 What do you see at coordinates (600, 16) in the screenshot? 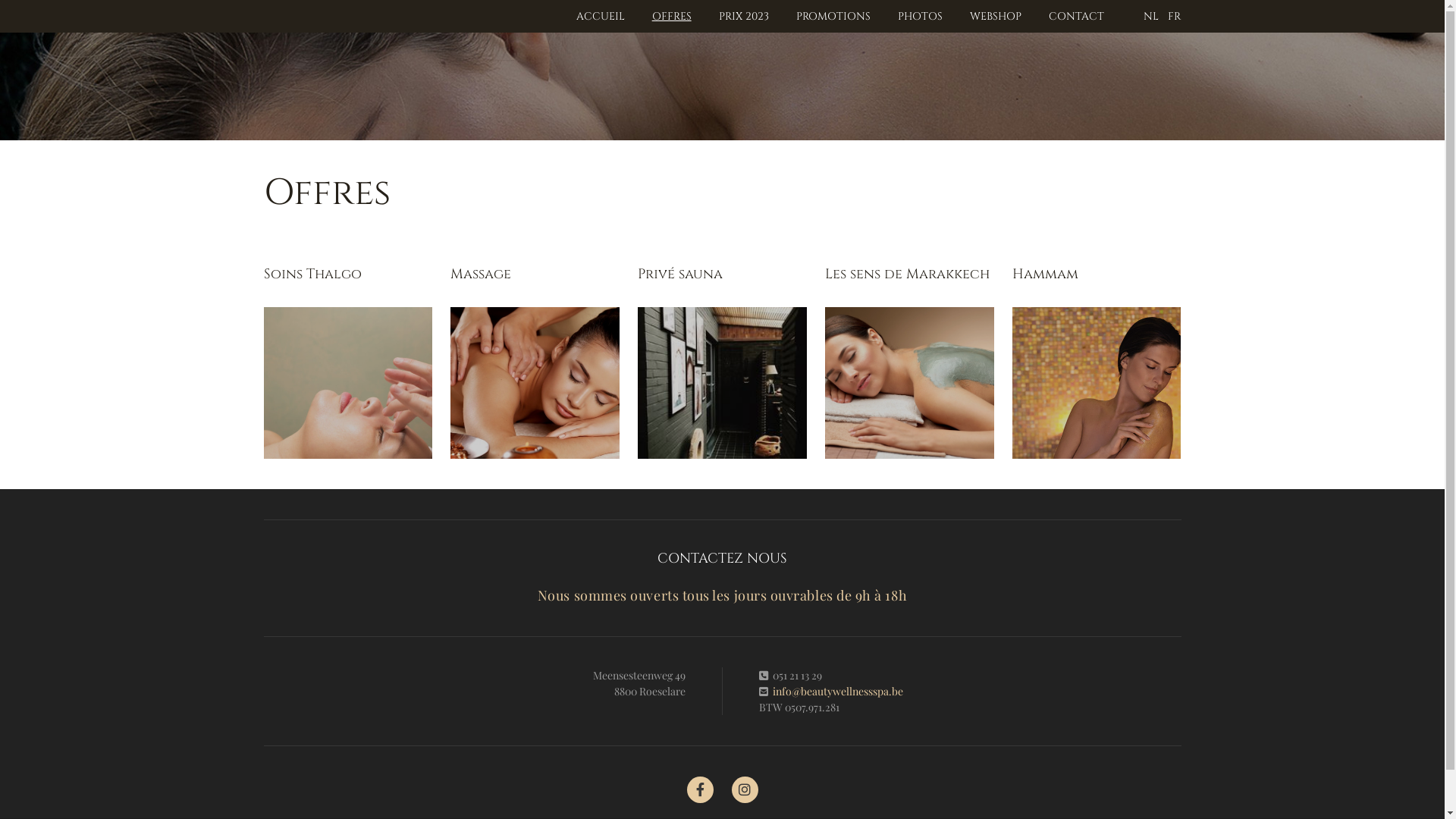
I see `'ACCUEIL'` at bounding box center [600, 16].